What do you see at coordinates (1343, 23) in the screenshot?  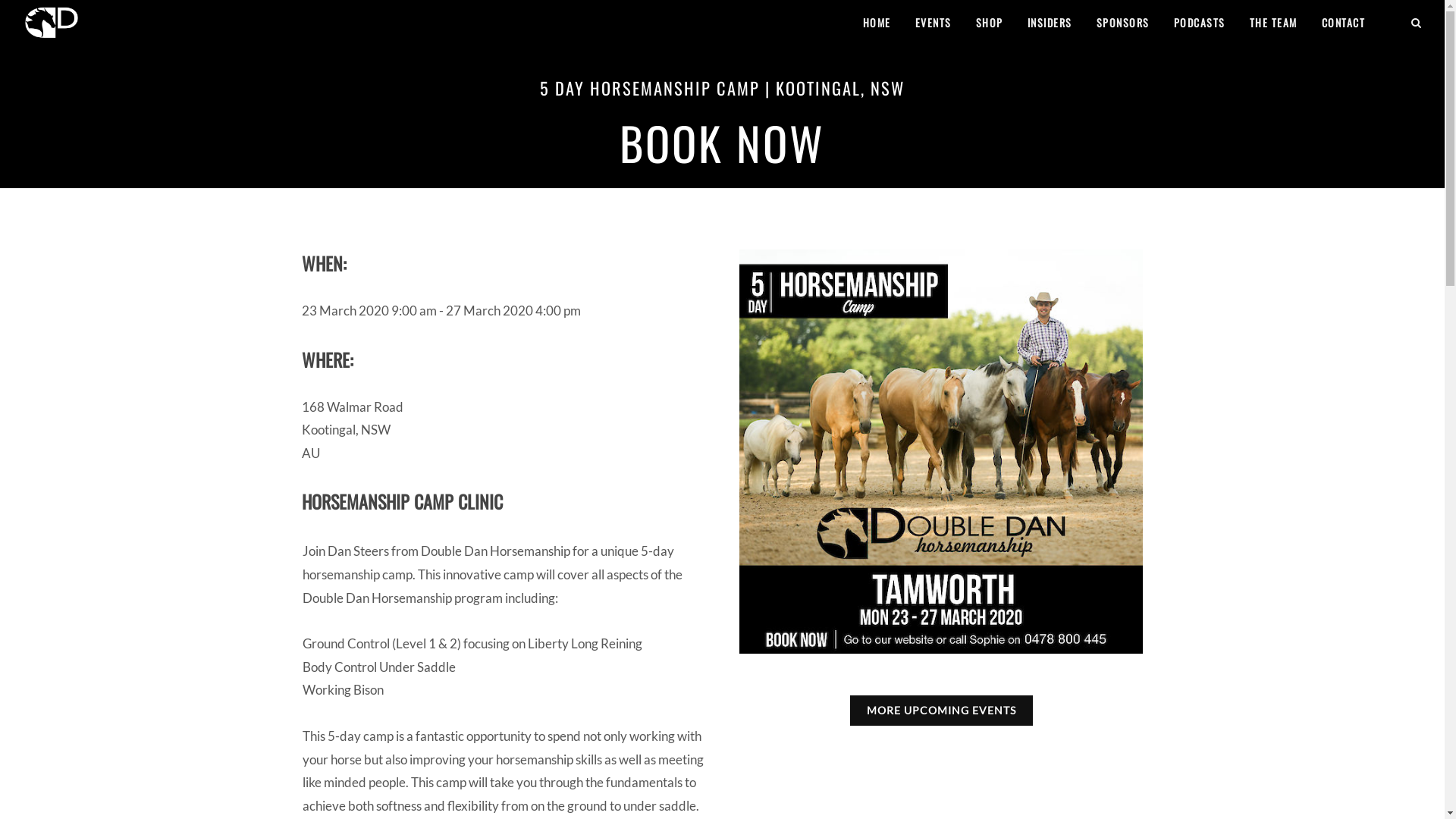 I see `'CONTACT'` at bounding box center [1343, 23].